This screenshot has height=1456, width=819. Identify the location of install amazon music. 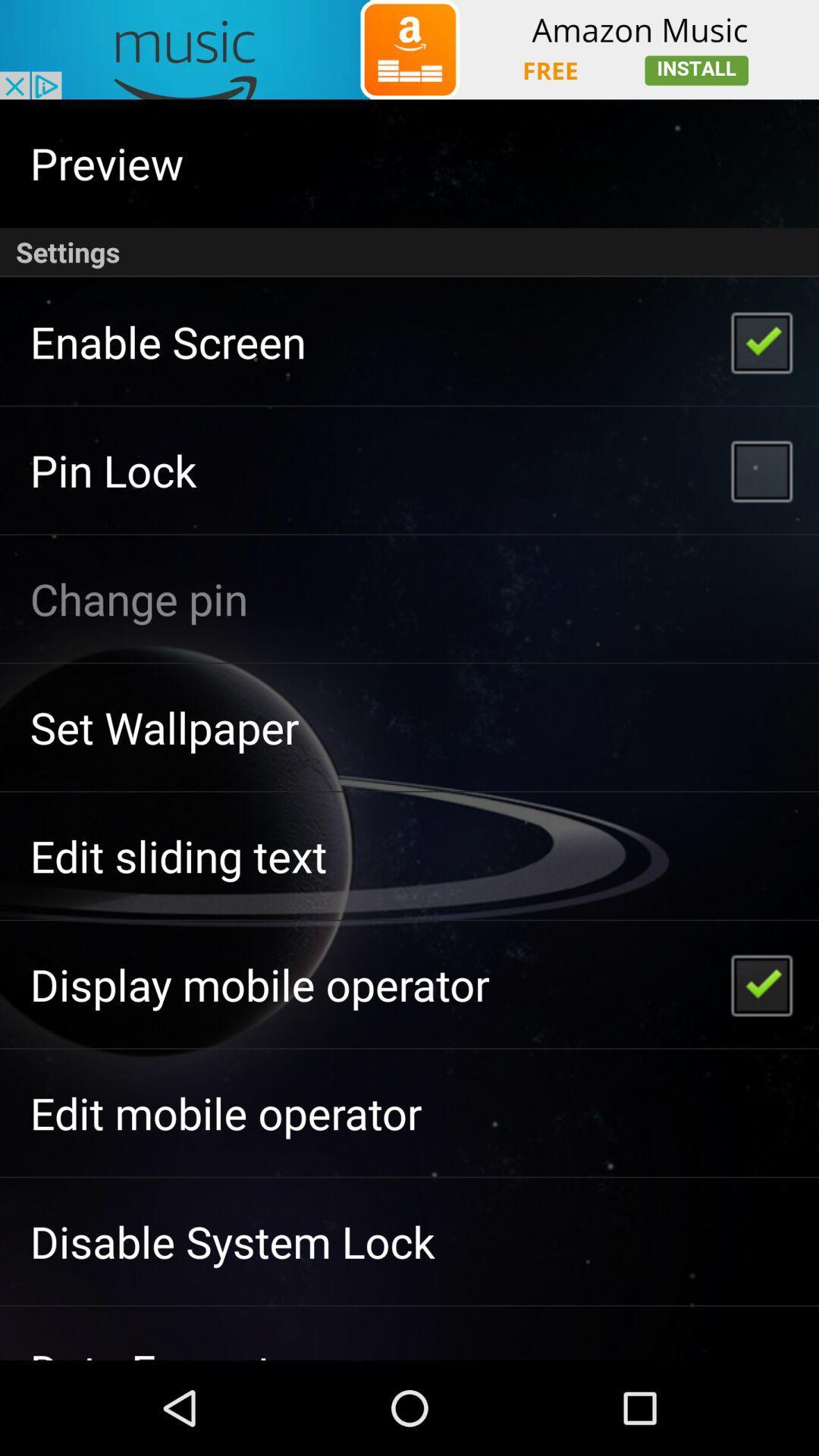
(409, 49).